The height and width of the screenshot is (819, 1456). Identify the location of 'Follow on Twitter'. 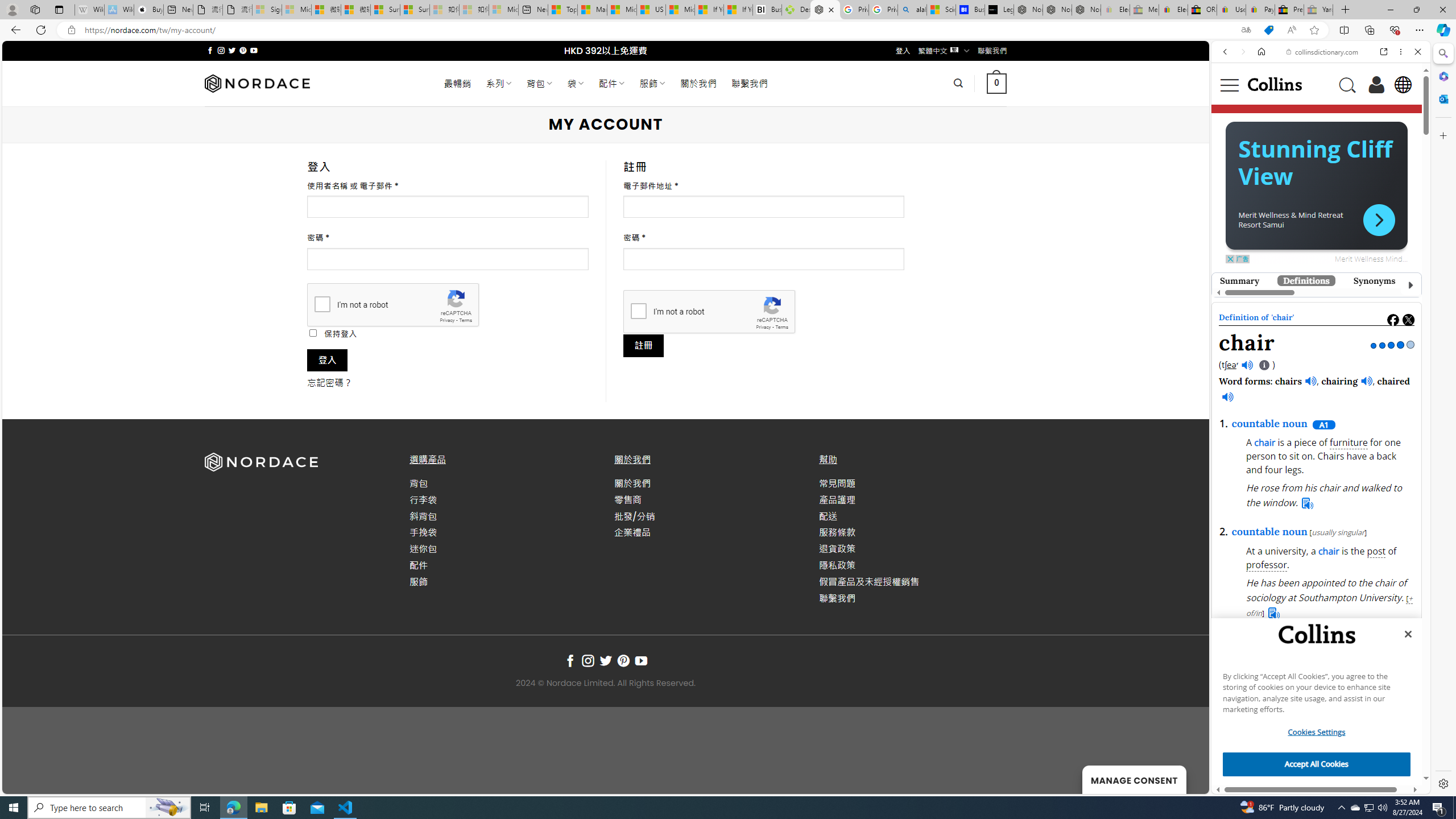
(605, 660).